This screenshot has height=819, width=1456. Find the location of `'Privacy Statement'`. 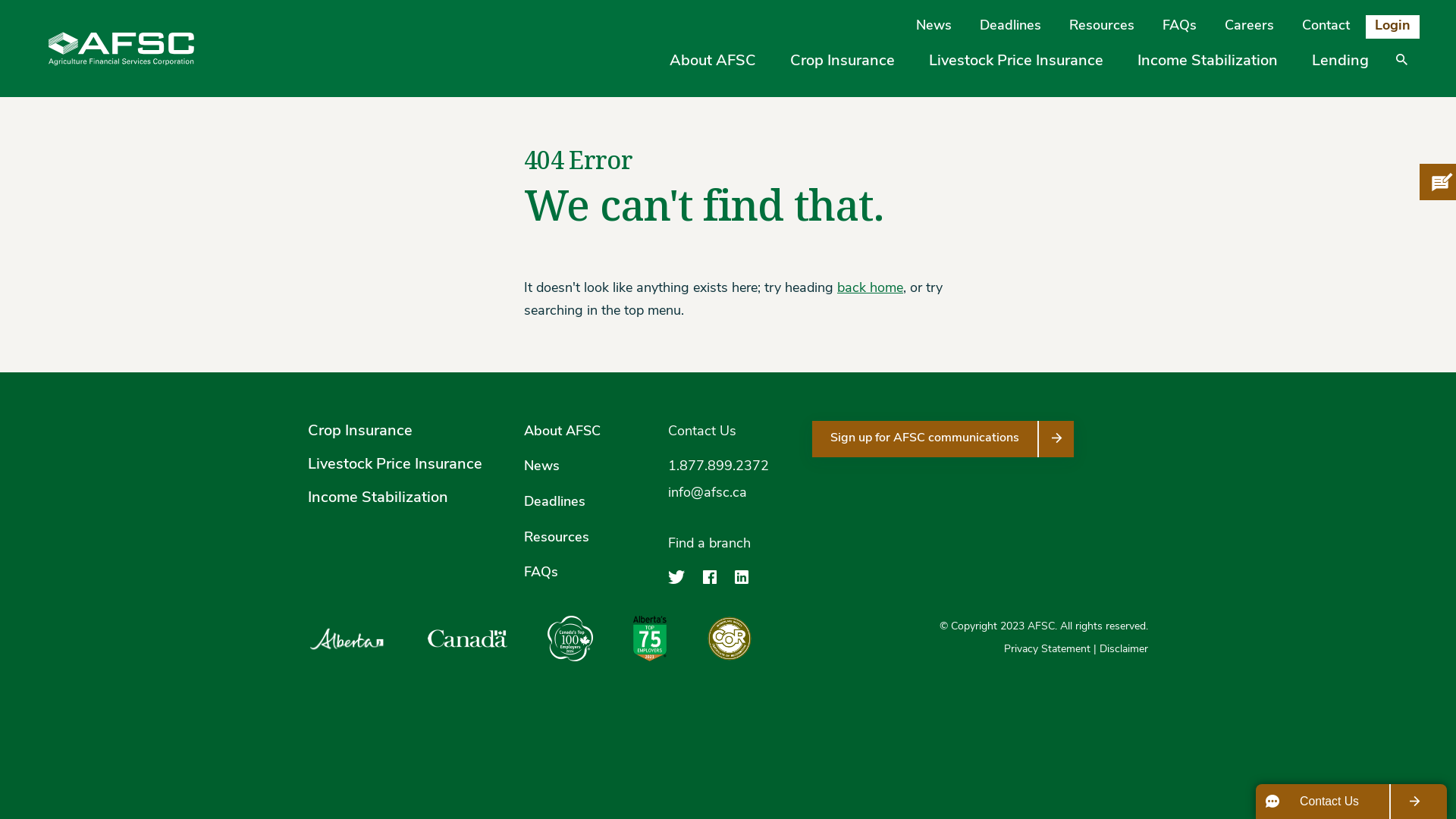

'Privacy Statement' is located at coordinates (1046, 648).